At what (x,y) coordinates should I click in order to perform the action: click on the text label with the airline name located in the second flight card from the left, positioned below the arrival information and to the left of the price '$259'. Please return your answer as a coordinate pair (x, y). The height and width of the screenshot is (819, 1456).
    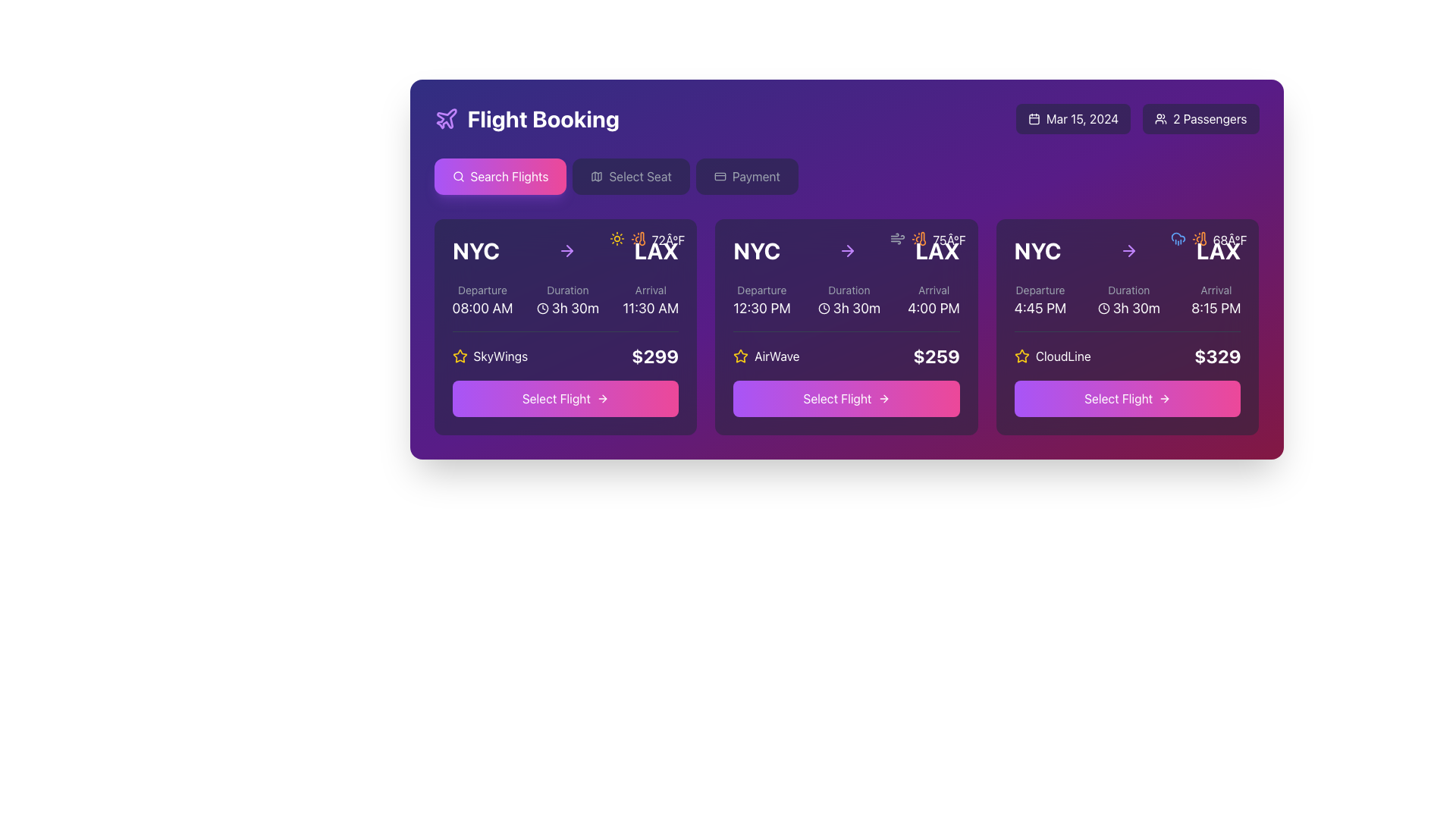
    Looking at the image, I should click on (766, 356).